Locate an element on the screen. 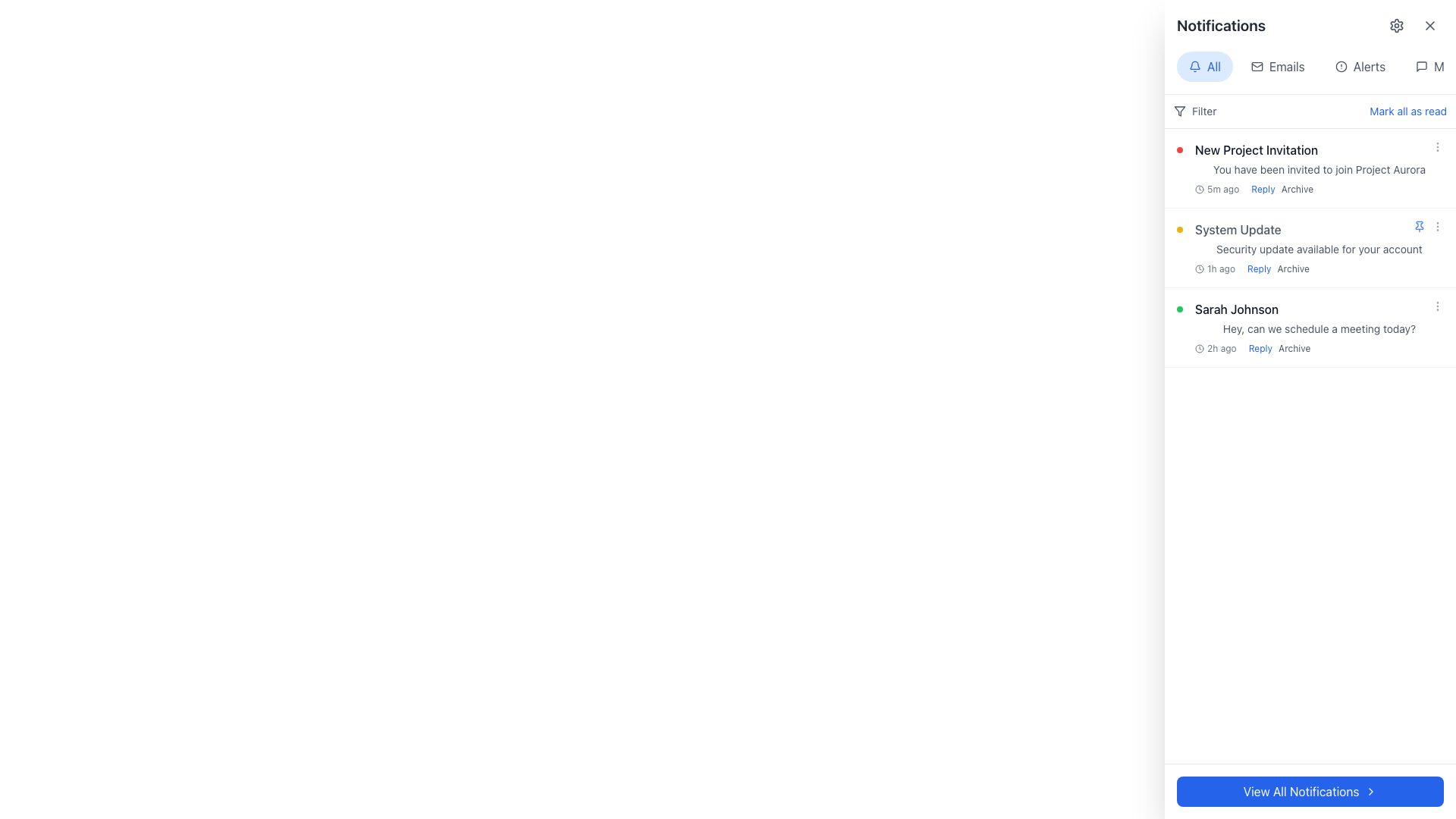 The height and width of the screenshot is (819, 1456). the gear-shaped icon for settings located in the top-right corner of the notification panel, within a rounded button is located at coordinates (1396, 26).